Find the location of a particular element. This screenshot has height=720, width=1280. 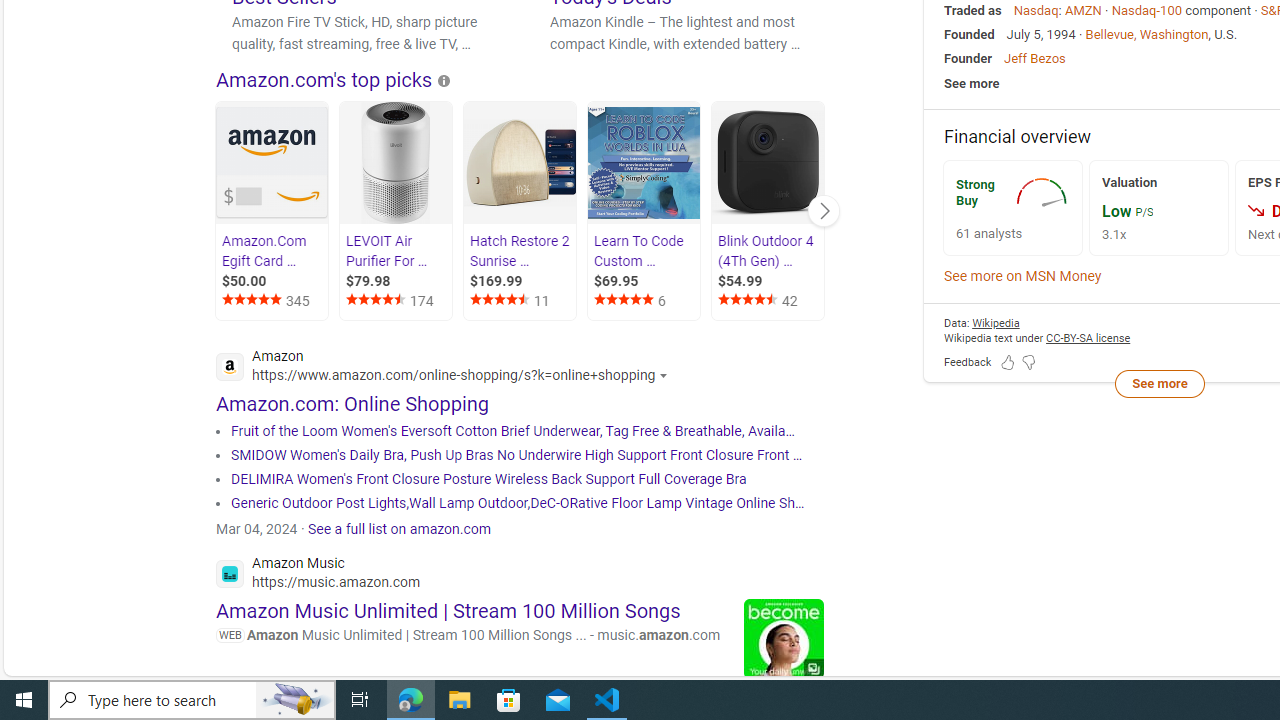

'Feedback Like' is located at coordinates (1008, 362).